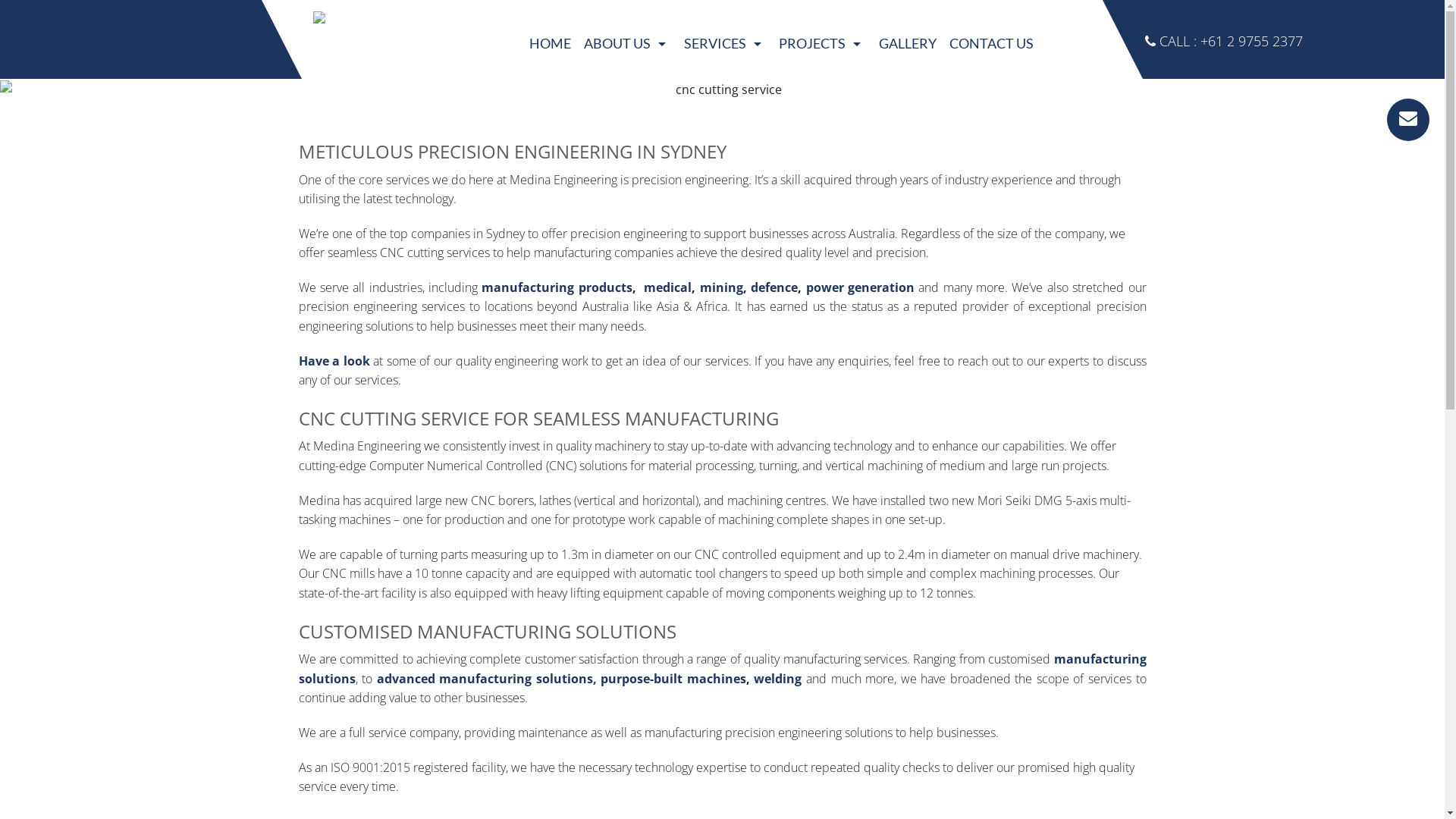  What do you see at coordinates (723, 42) in the screenshot?
I see `'SERVICES'` at bounding box center [723, 42].